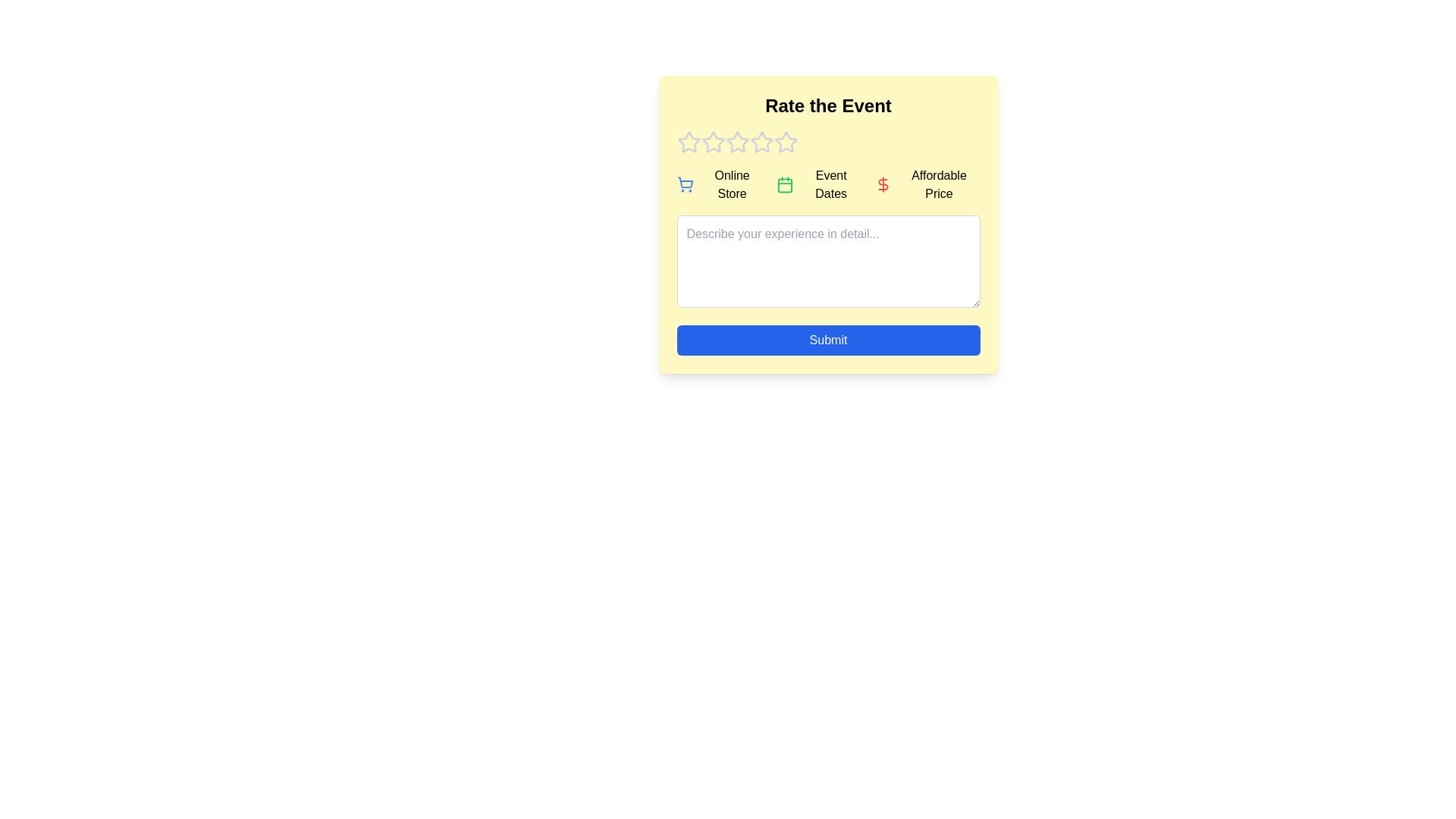 This screenshot has width=1456, height=819. I want to click on the event rating to 1 stars by clicking on the corresponding star, so click(688, 143).